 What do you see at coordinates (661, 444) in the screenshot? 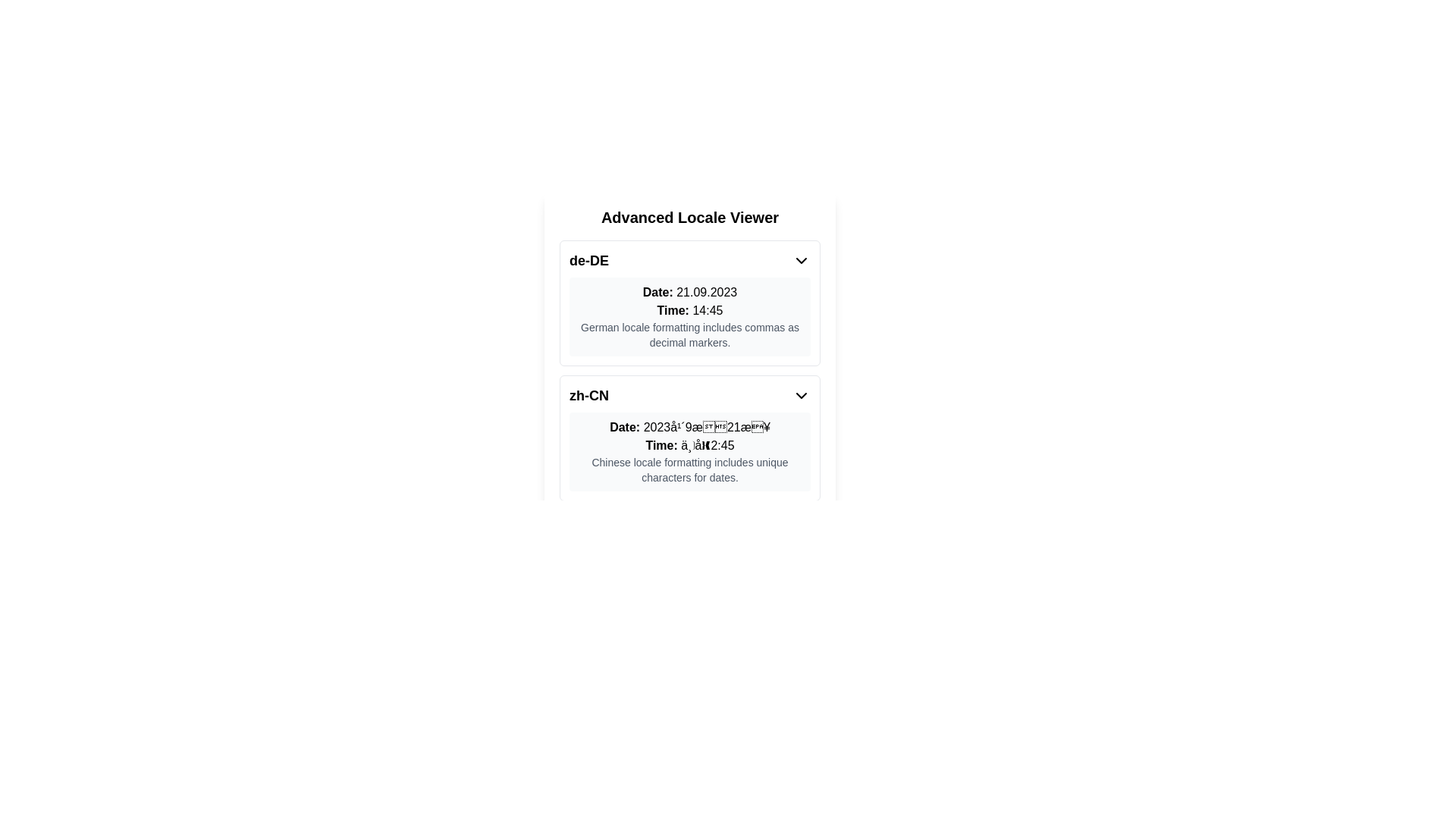
I see `the Text label that identifies the time information displayed next to it, located in the lower section of the interface associated with the 'zh-CN' locale` at bounding box center [661, 444].